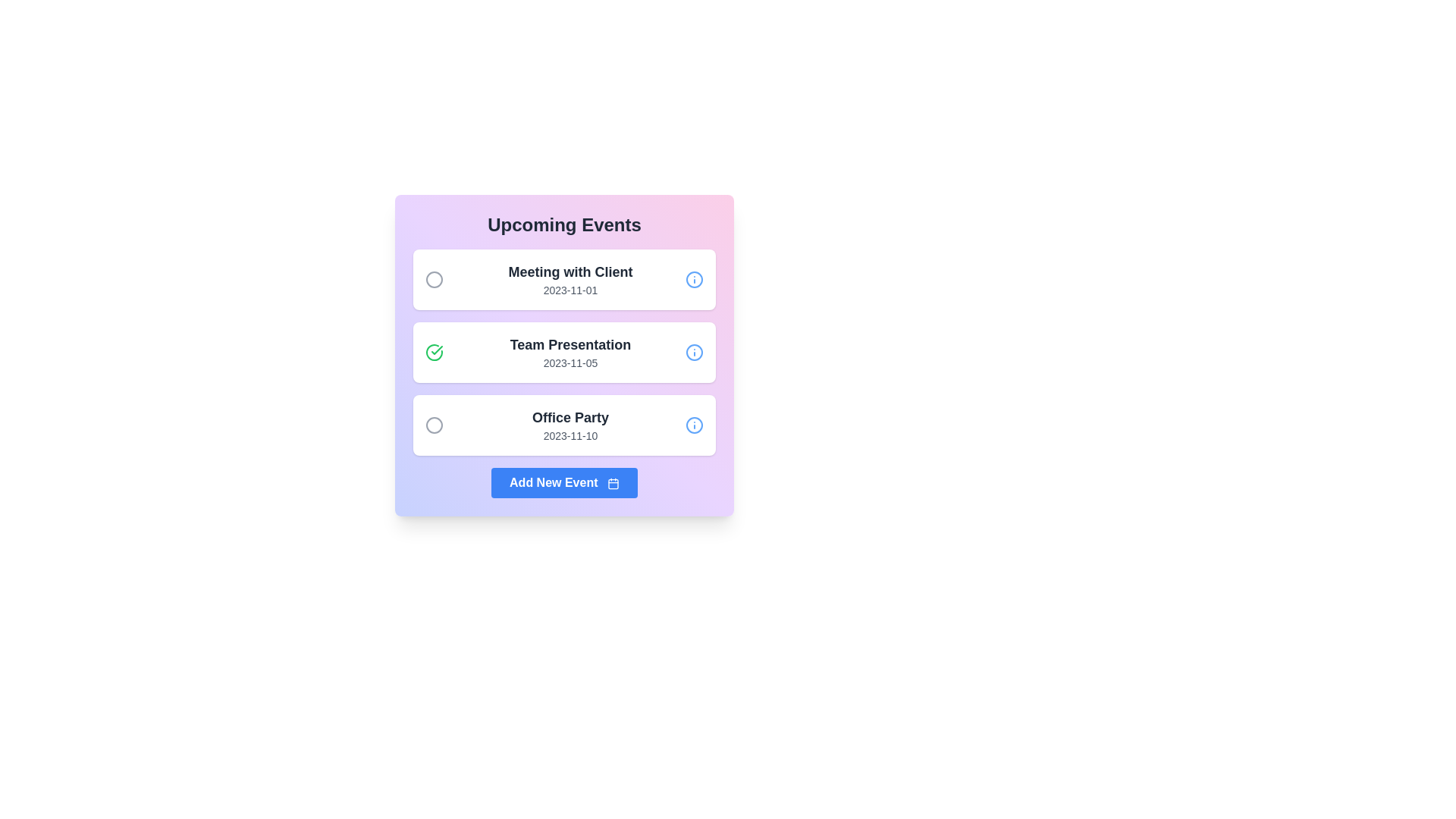  Describe the element at coordinates (433, 425) in the screenshot. I see `the circular toggle or selection indicator located to the far left of the 'Office Party' title in the Upcoming Events list` at that location.